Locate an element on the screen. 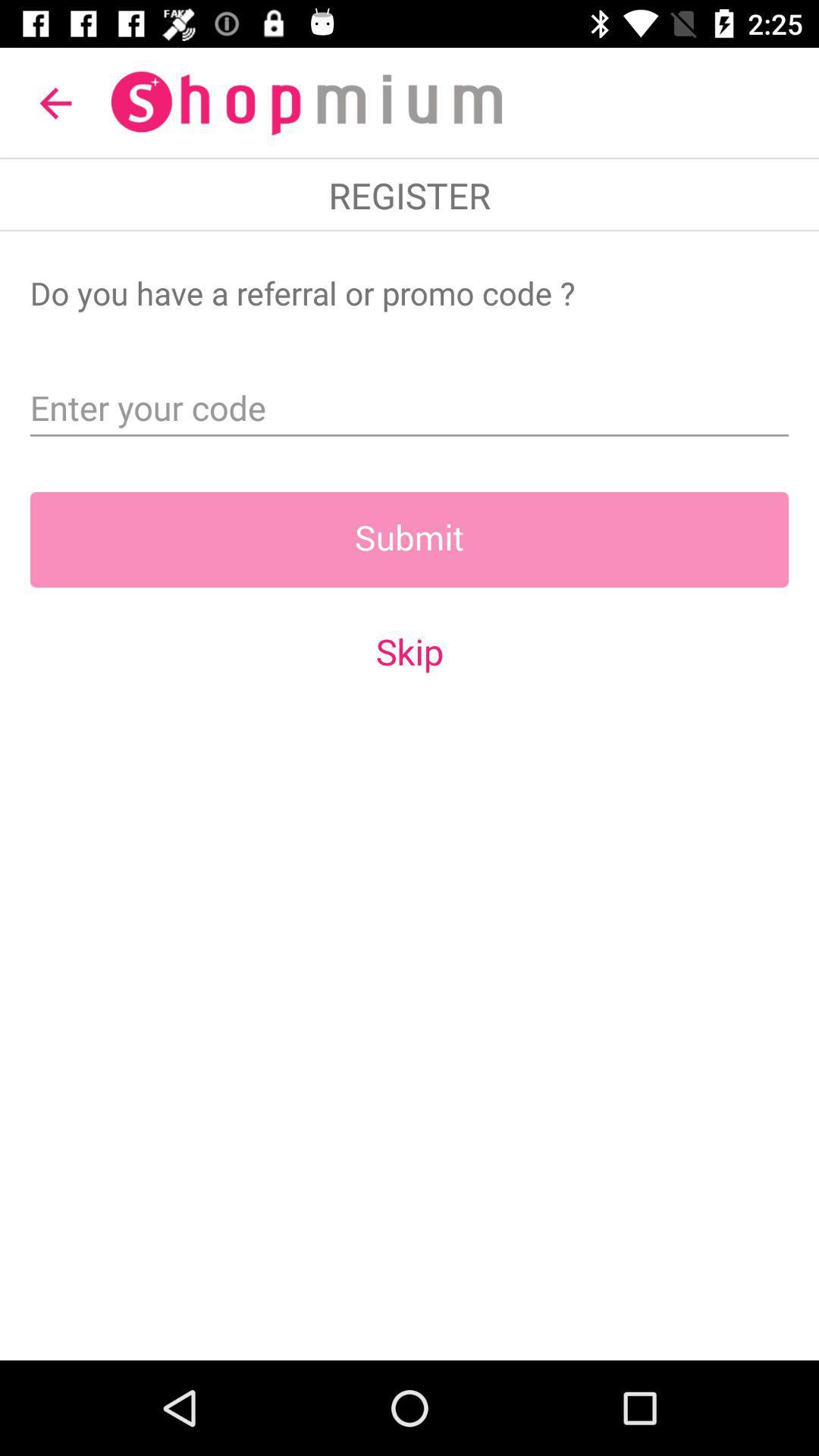 The width and height of the screenshot is (819, 1456). the submit icon is located at coordinates (409, 539).